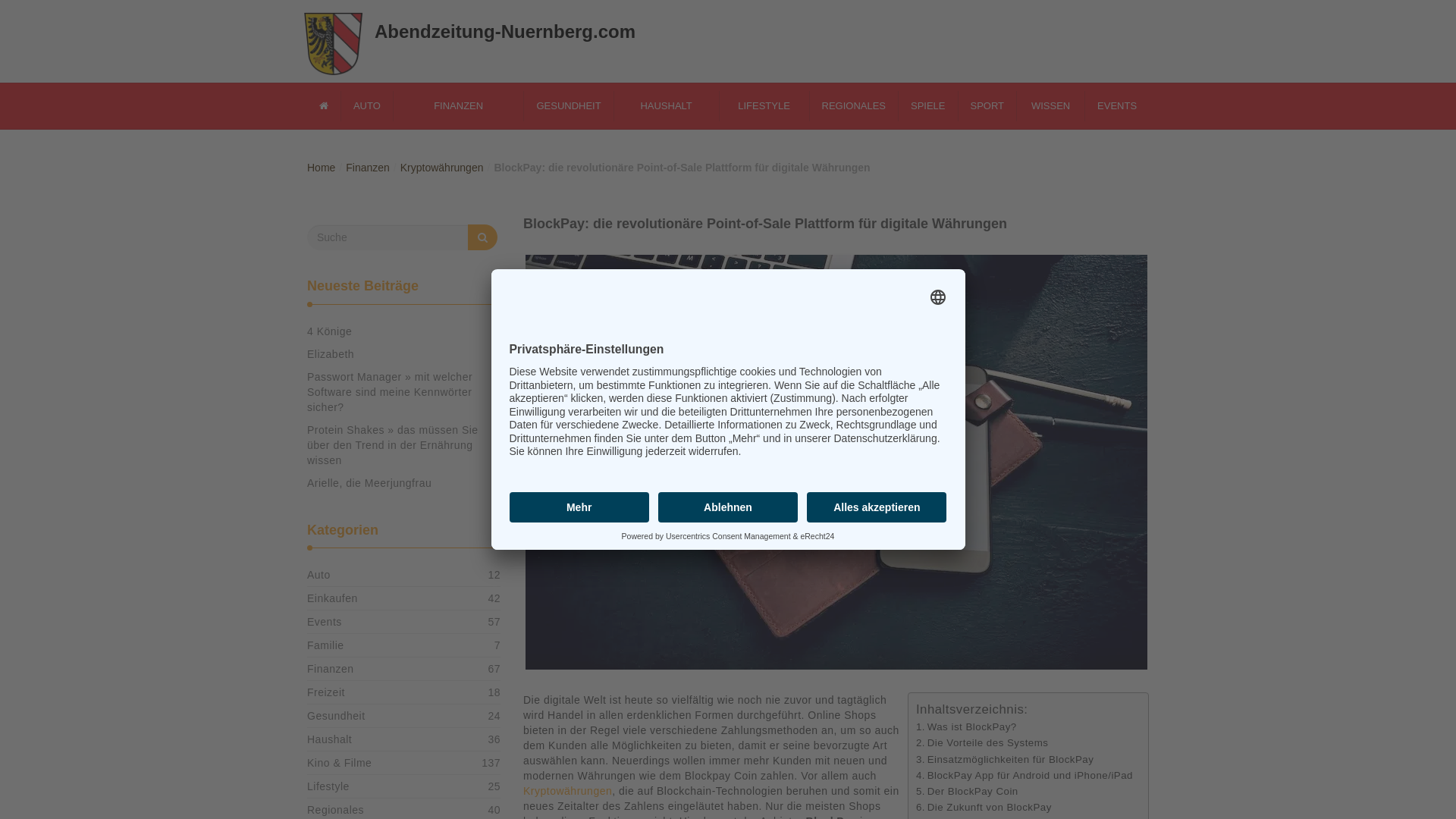 This screenshot has height=819, width=1456. What do you see at coordinates (362, 167) in the screenshot?
I see `'Finanzen'` at bounding box center [362, 167].